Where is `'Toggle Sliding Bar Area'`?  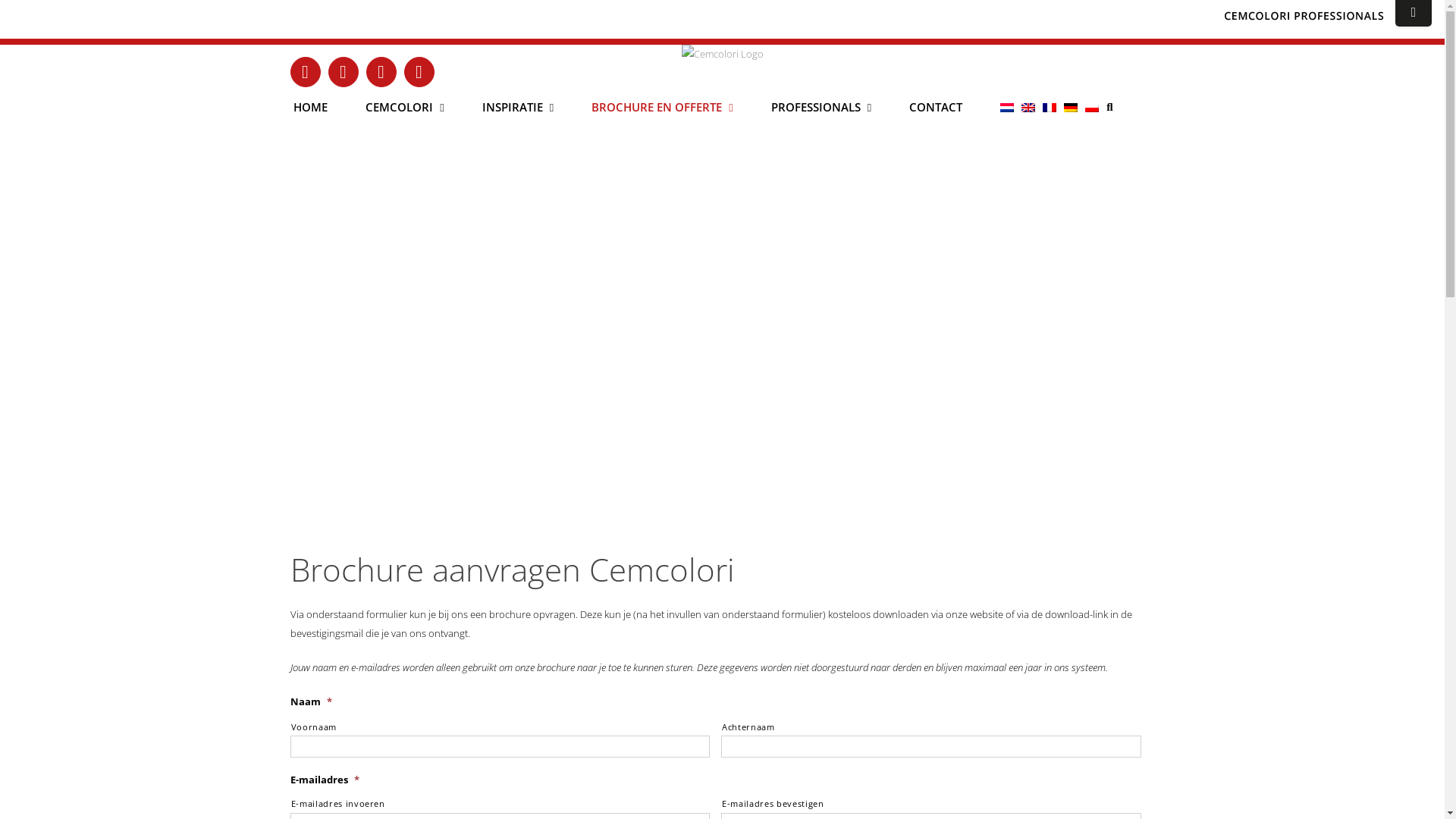
'Toggle Sliding Bar Area' is located at coordinates (1412, 13).